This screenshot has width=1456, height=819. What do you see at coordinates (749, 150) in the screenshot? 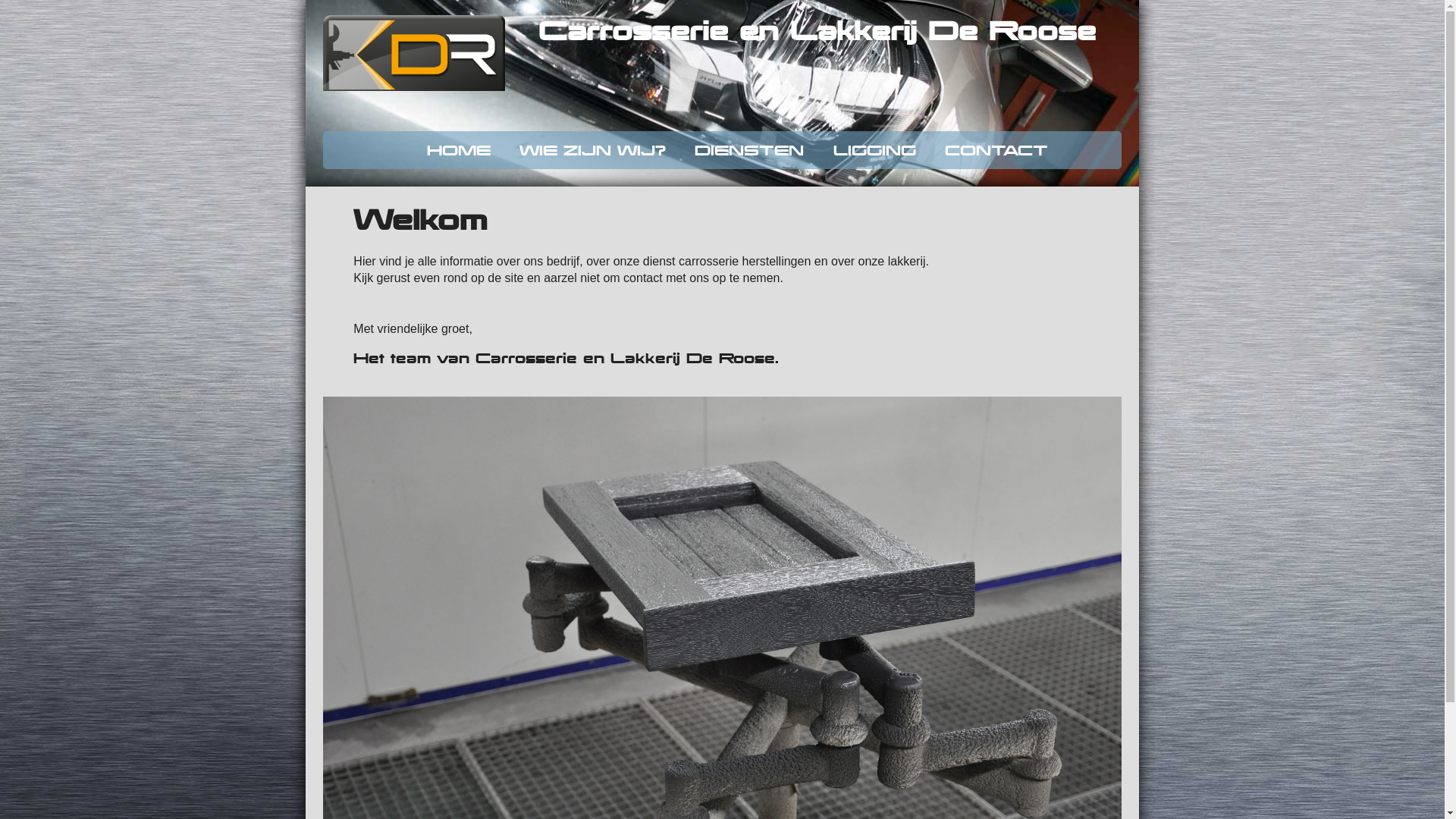
I see `'DIENSTEN'` at bounding box center [749, 150].